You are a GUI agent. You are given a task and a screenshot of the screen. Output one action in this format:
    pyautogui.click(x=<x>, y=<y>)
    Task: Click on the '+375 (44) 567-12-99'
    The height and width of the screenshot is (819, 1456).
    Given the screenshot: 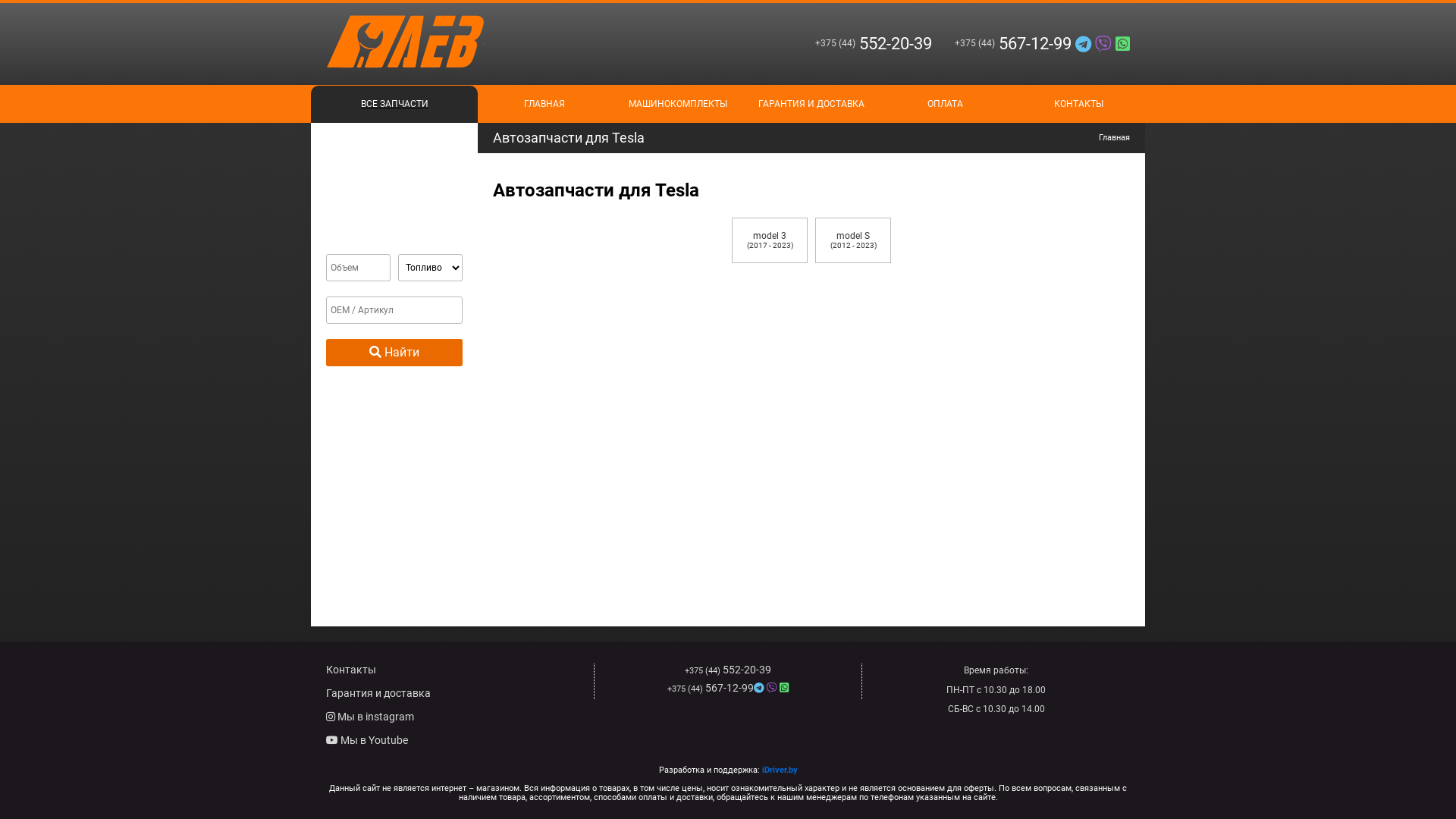 What is the action you would take?
    pyautogui.click(x=667, y=688)
    